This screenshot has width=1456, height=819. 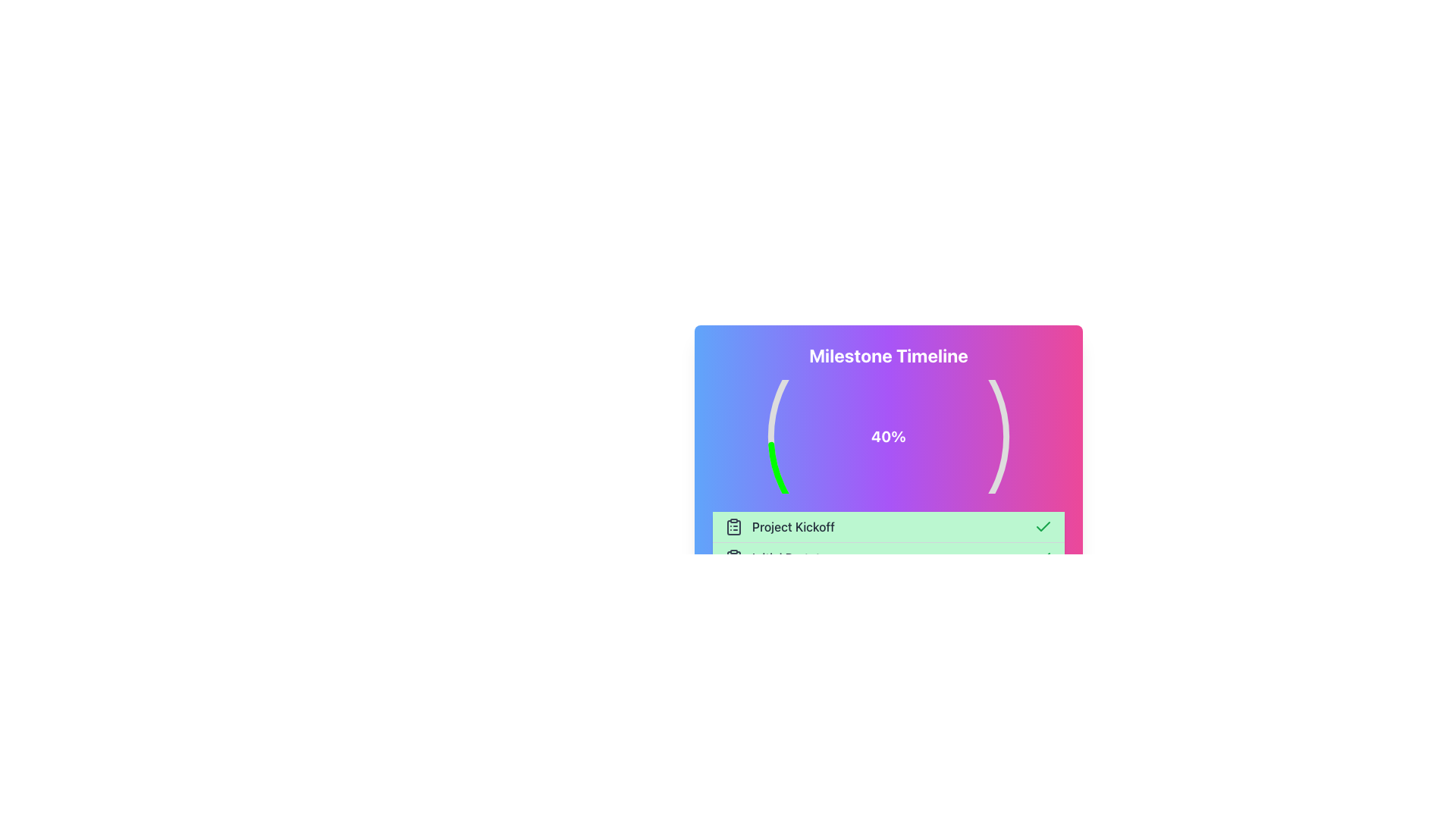 I want to click on the Circular Progress Indicator displaying '40%' within the 'Milestone Timeline' widget, so click(x=888, y=430).